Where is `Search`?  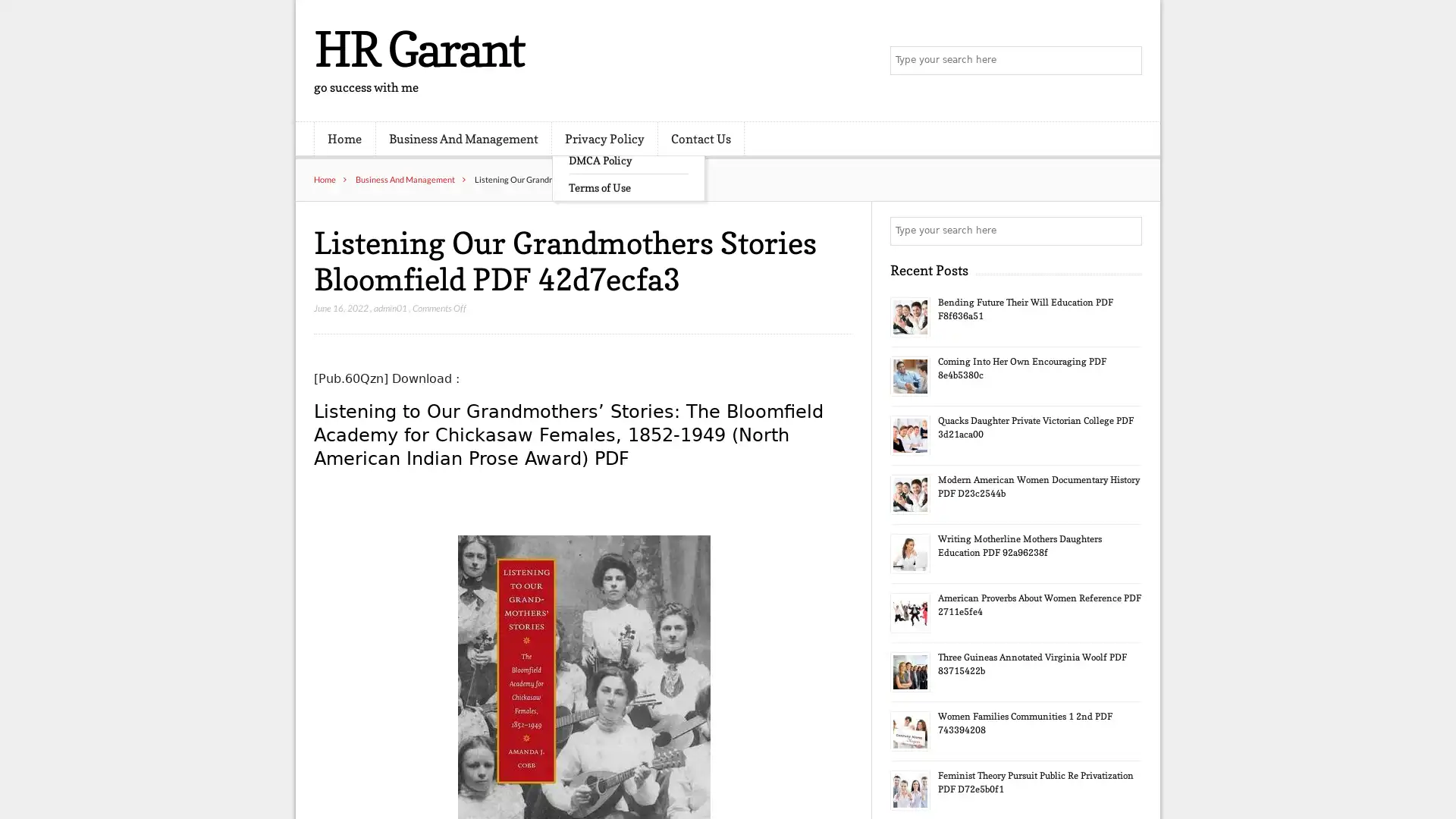 Search is located at coordinates (1126, 231).